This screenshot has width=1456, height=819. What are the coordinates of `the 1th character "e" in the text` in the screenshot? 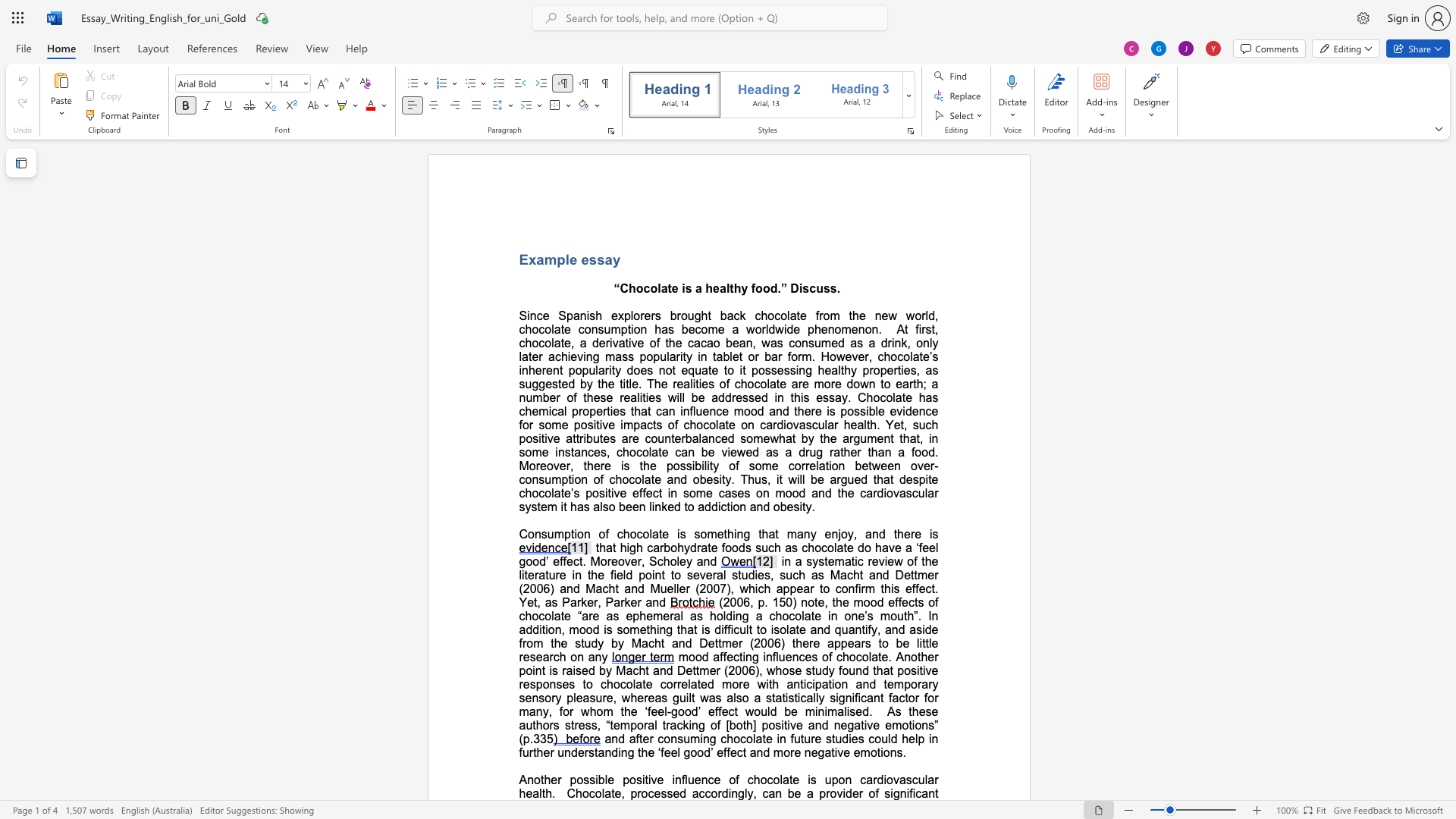 It's located at (674, 288).